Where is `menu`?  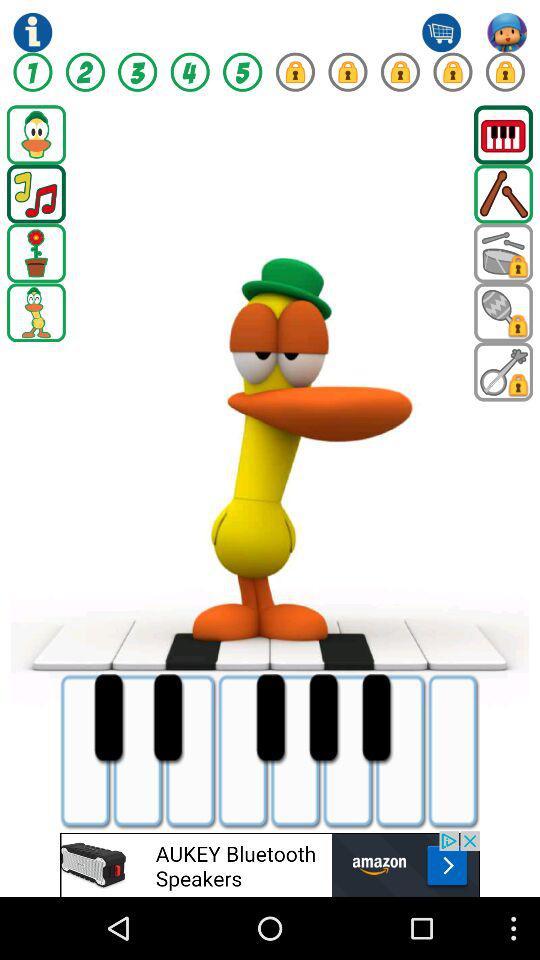
menu is located at coordinates (502, 133).